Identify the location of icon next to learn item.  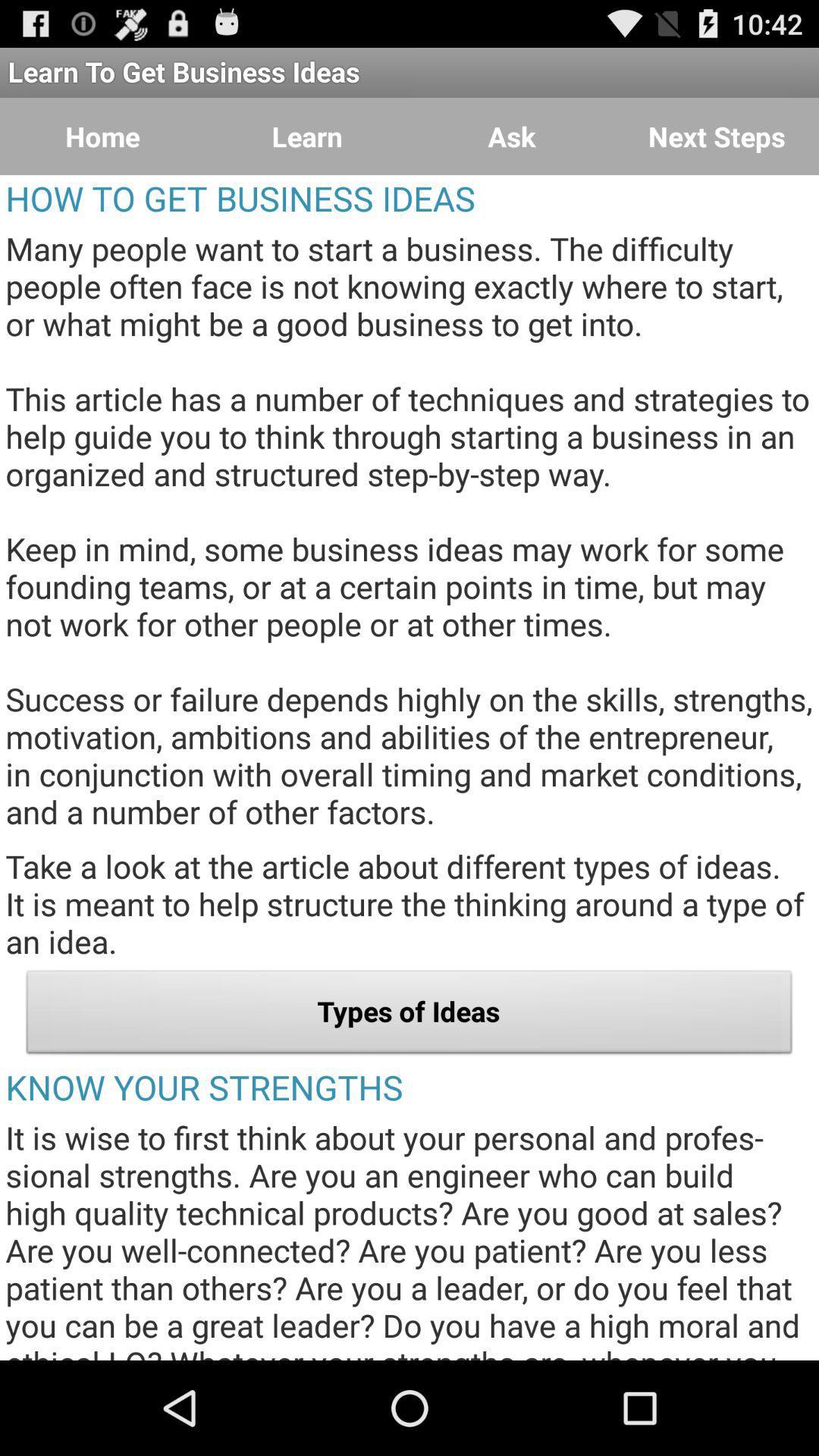
(512, 136).